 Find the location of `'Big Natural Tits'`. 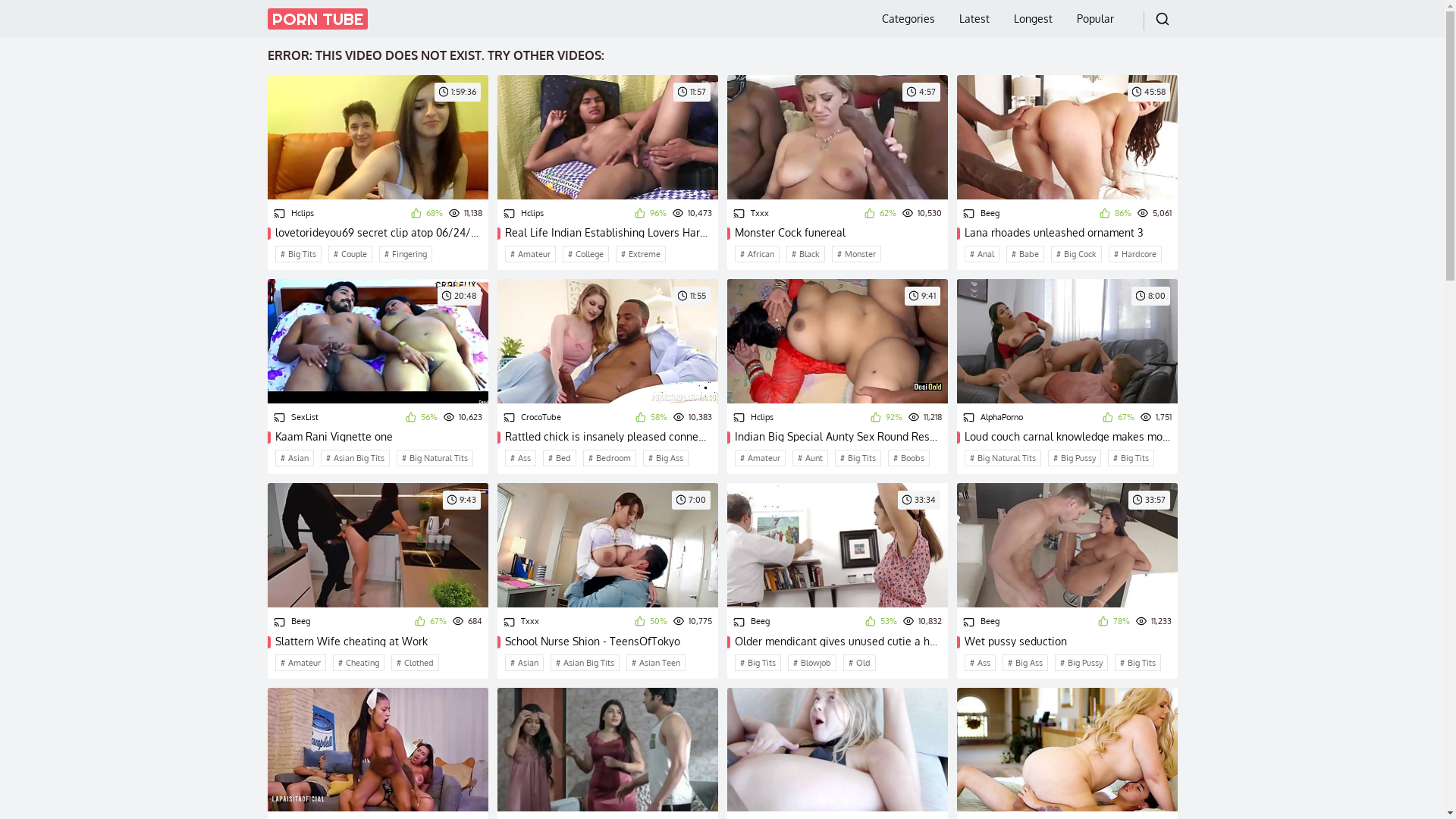

'Big Natural Tits' is located at coordinates (433, 457).